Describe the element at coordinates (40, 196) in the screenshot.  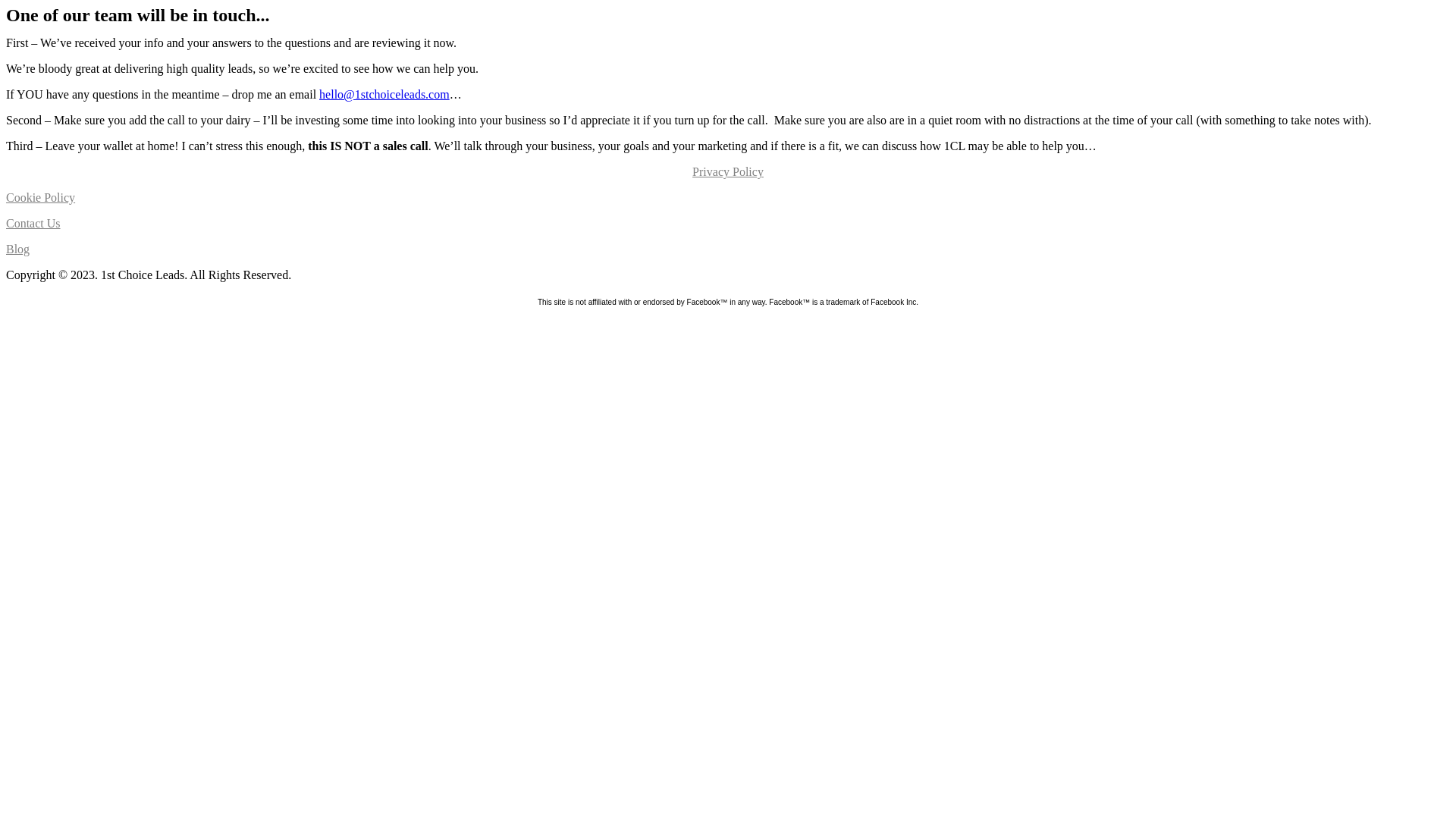
I see `'Cookie Policy'` at that location.